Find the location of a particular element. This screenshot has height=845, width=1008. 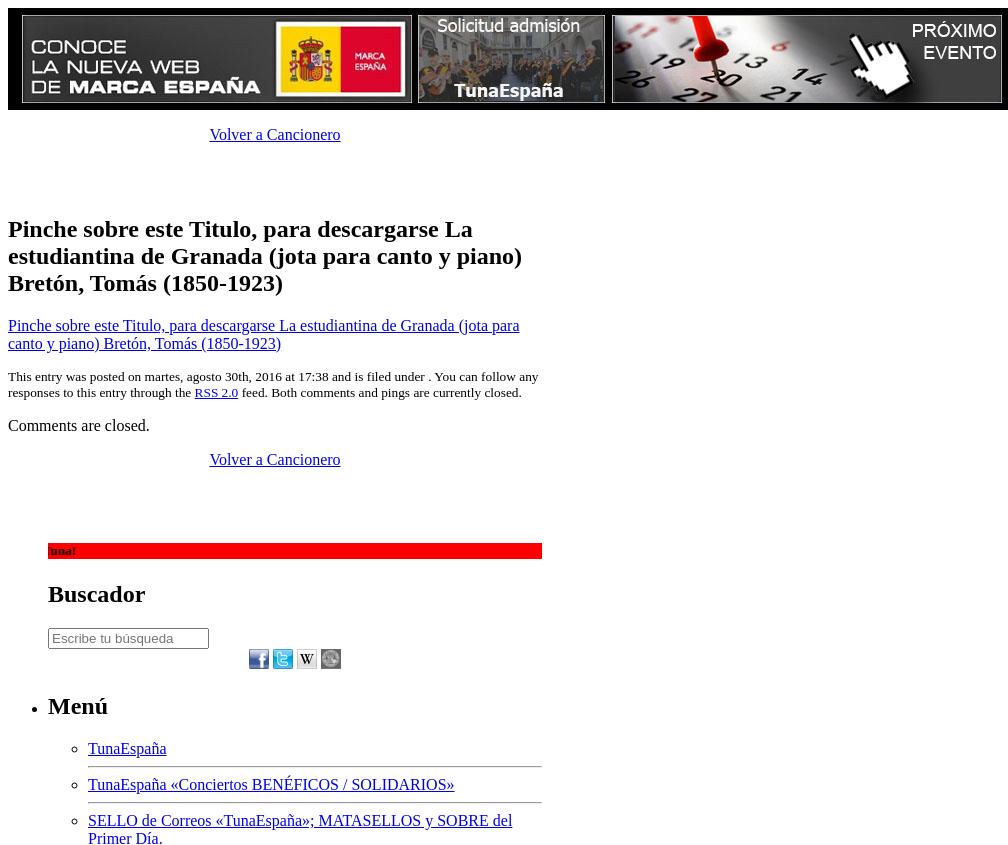

'RSS 2.0' is located at coordinates (216, 390).